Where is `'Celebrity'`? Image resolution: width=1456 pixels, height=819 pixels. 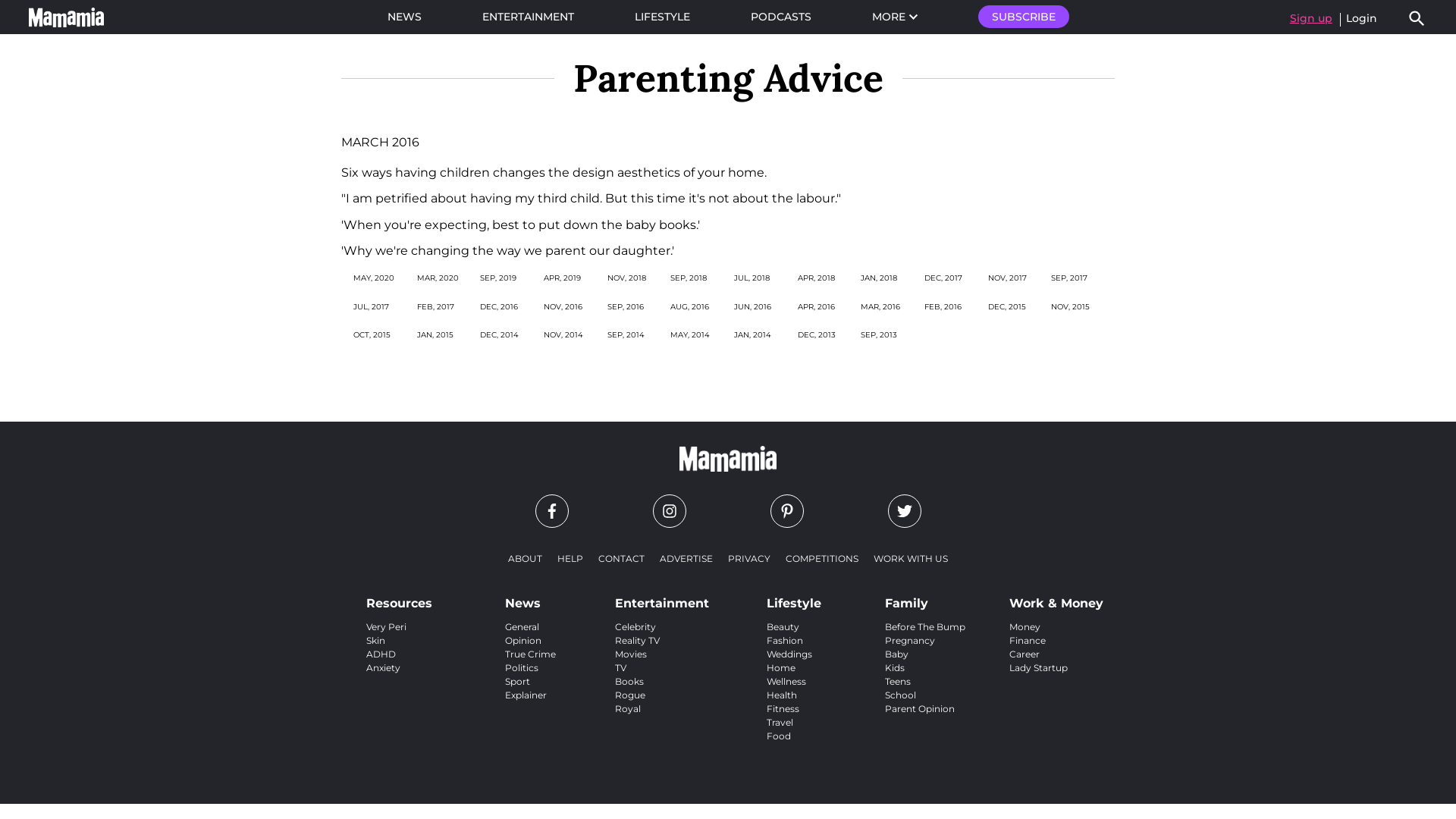 'Celebrity' is located at coordinates (635, 626).